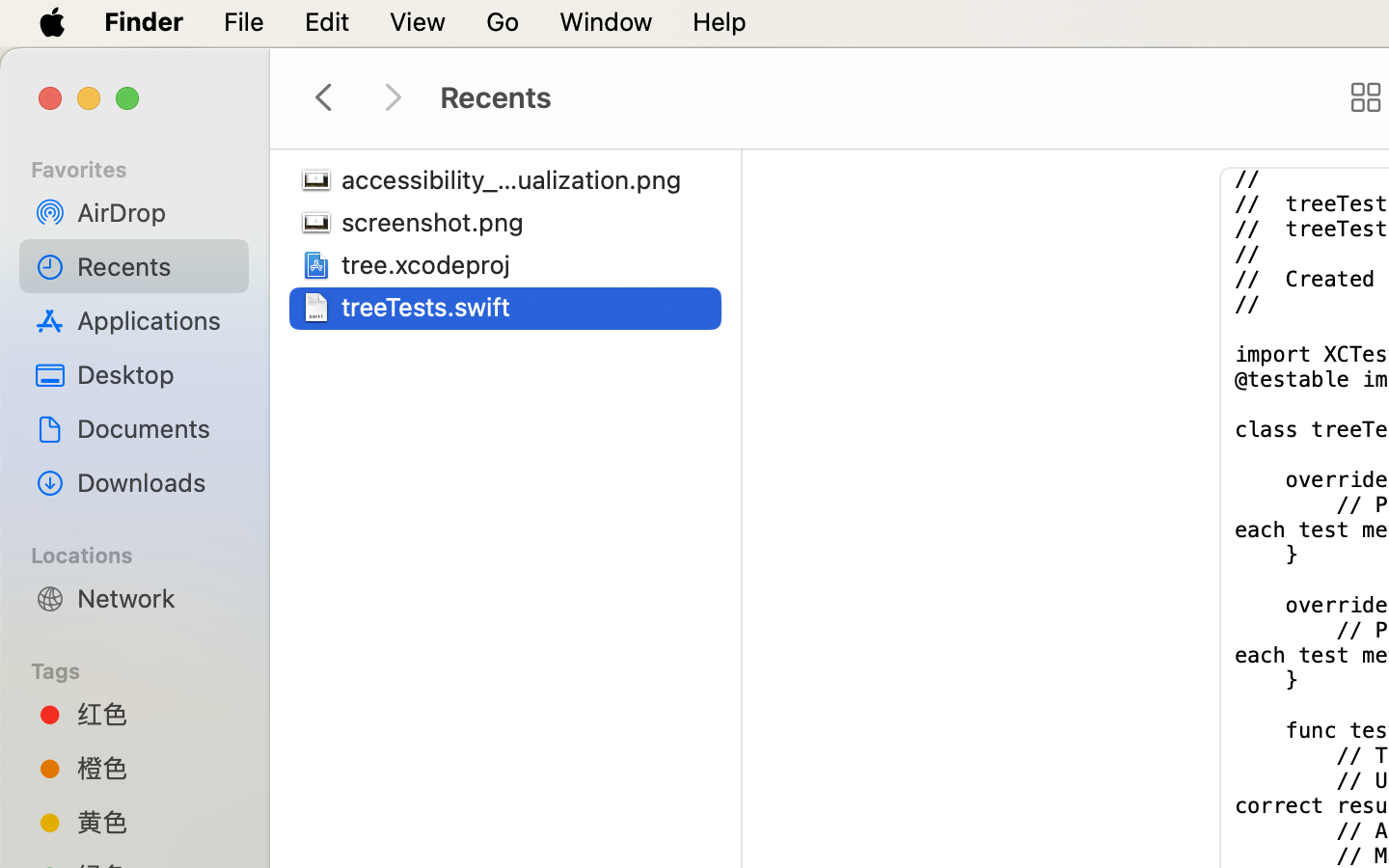  Describe the element at coordinates (153, 481) in the screenshot. I see `'Downloads'` at that location.